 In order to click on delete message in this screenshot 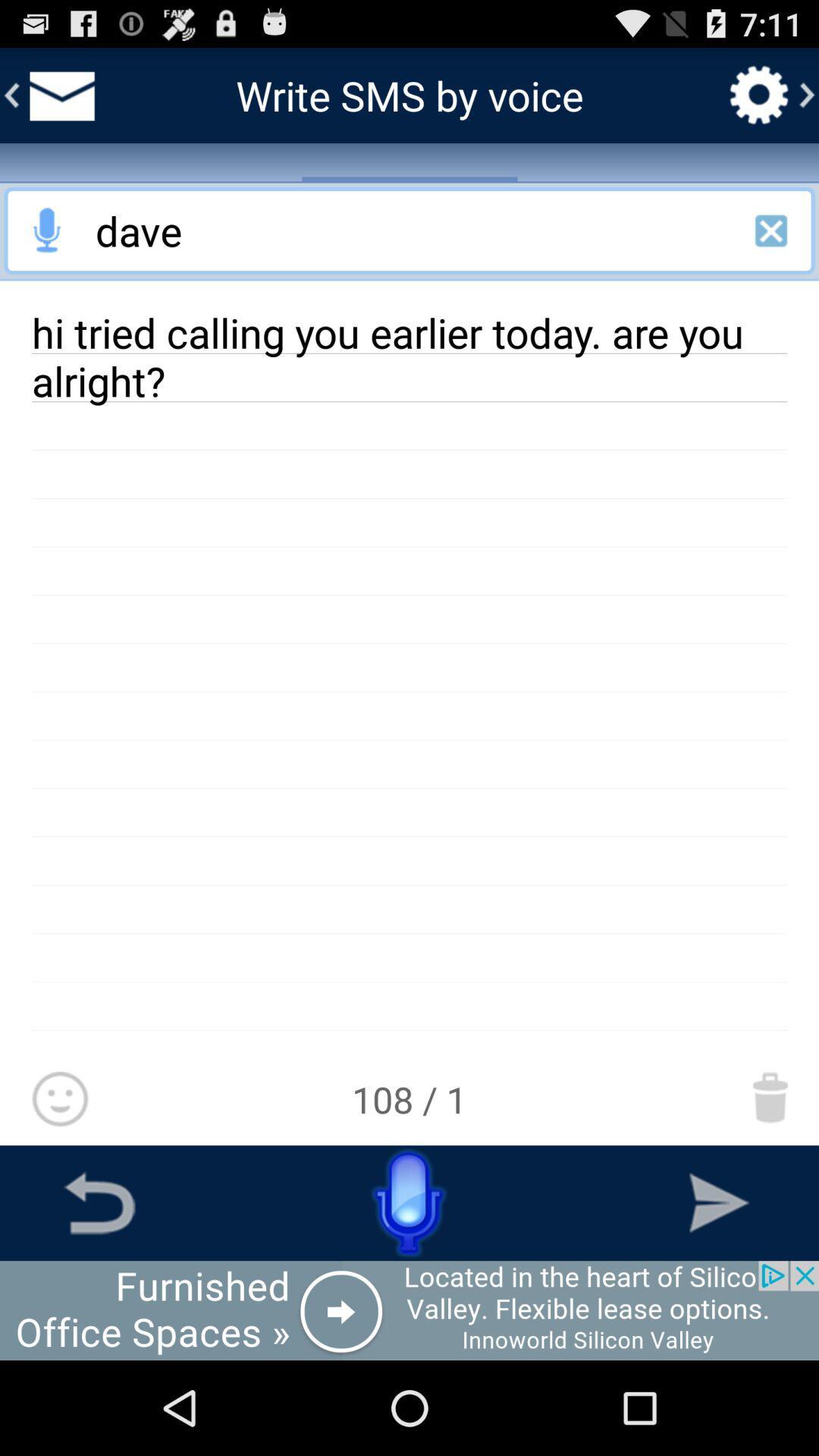, I will do `click(770, 1097)`.